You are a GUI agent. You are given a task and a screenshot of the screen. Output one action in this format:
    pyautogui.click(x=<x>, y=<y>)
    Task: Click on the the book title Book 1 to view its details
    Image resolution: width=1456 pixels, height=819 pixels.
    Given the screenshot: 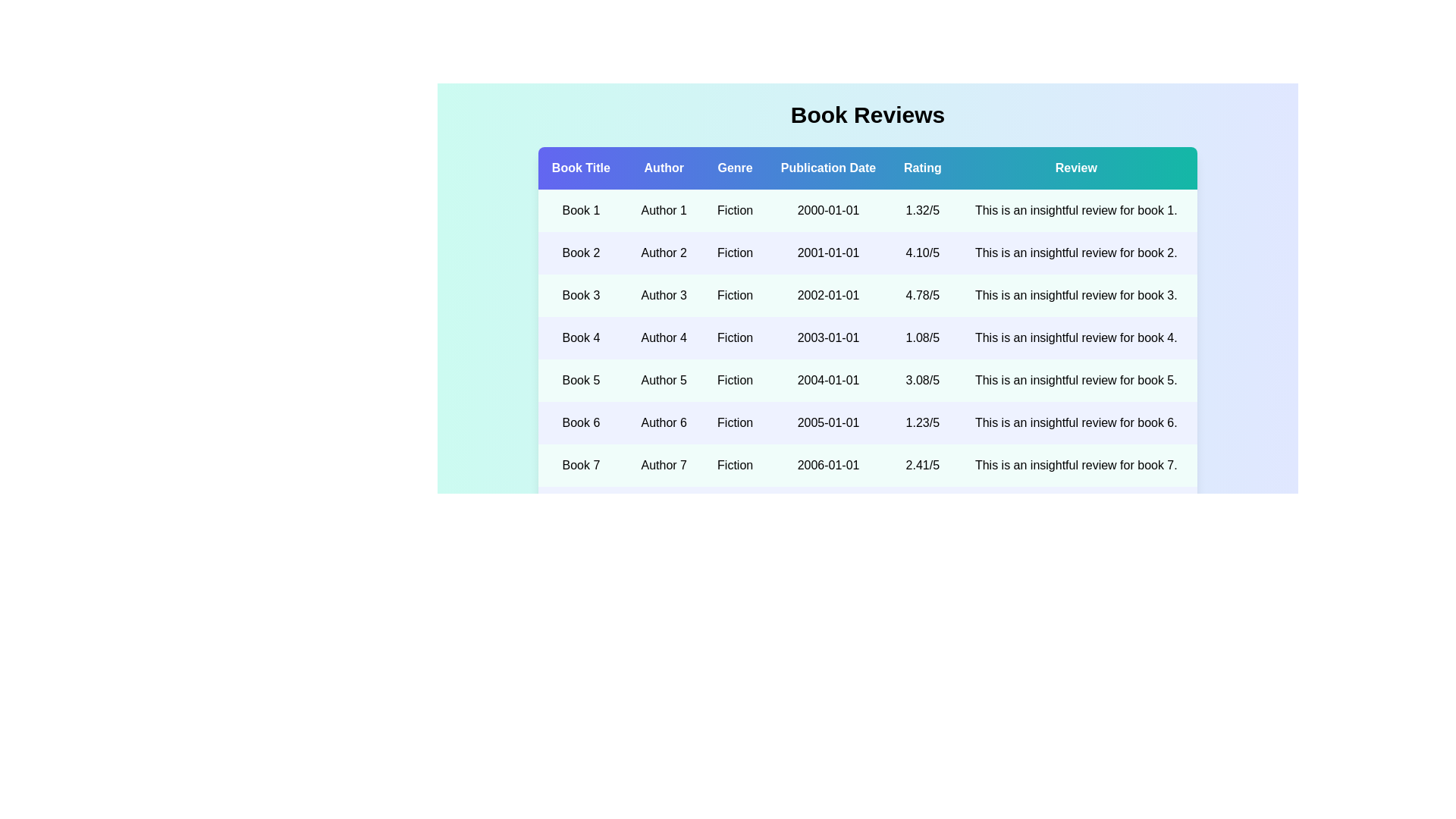 What is the action you would take?
    pyautogui.click(x=580, y=210)
    